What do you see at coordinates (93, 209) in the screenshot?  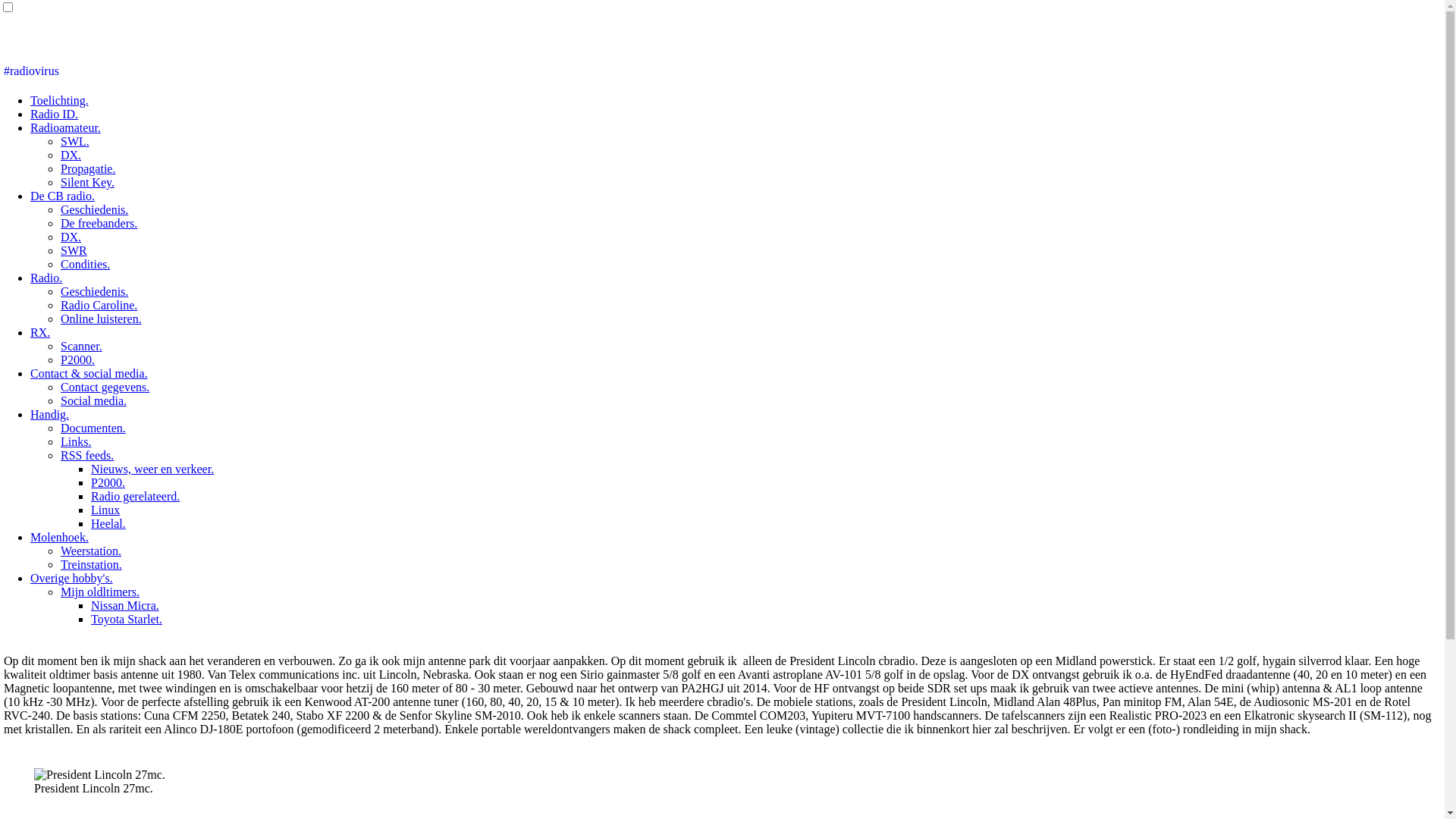 I see `'Geschiedenis.'` at bounding box center [93, 209].